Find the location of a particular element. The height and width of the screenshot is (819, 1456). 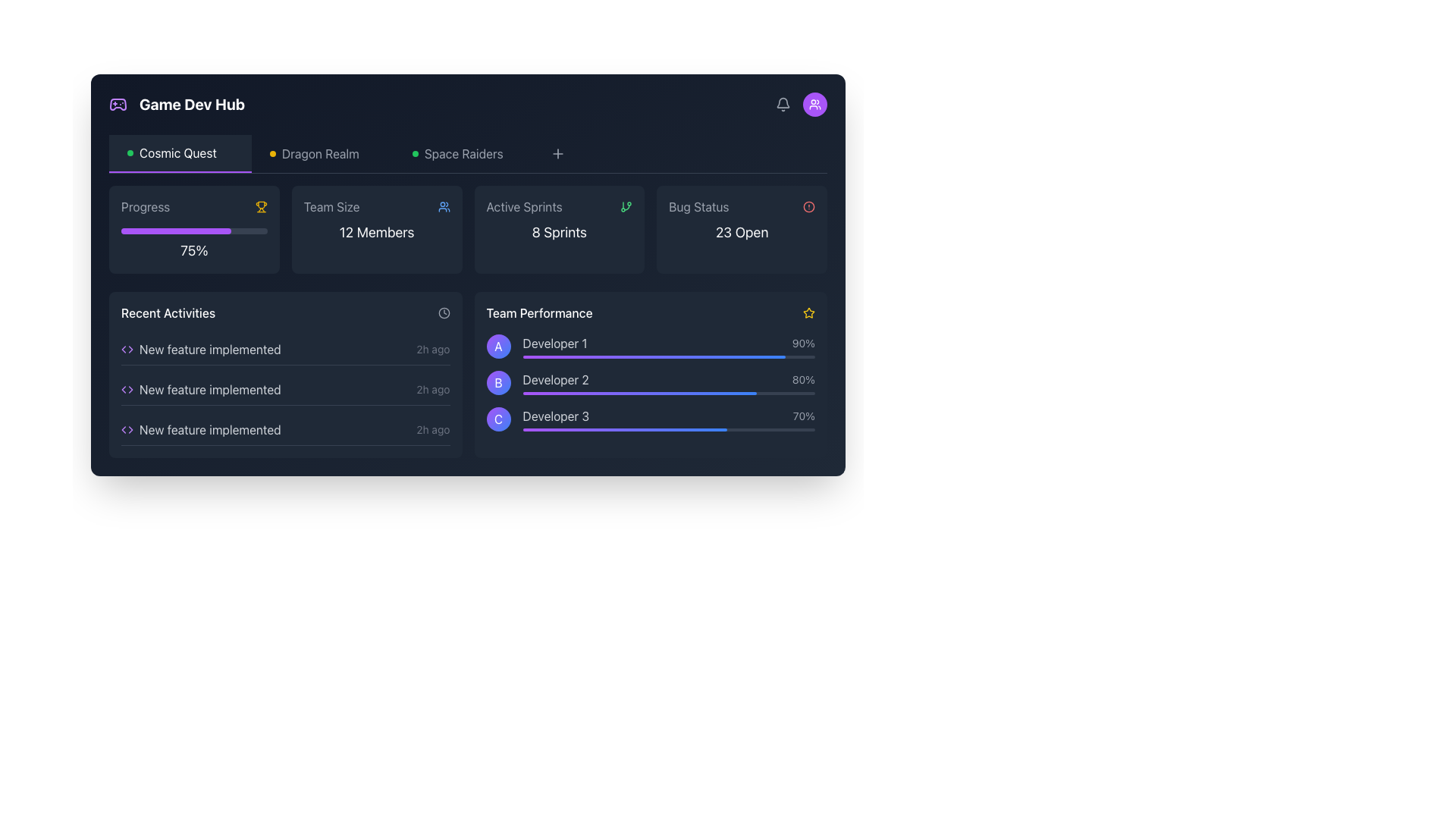

the 'Active Sprints' label, which is a gray text label located in the top-center area of the interface within a card component is located at coordinates (524, 207).